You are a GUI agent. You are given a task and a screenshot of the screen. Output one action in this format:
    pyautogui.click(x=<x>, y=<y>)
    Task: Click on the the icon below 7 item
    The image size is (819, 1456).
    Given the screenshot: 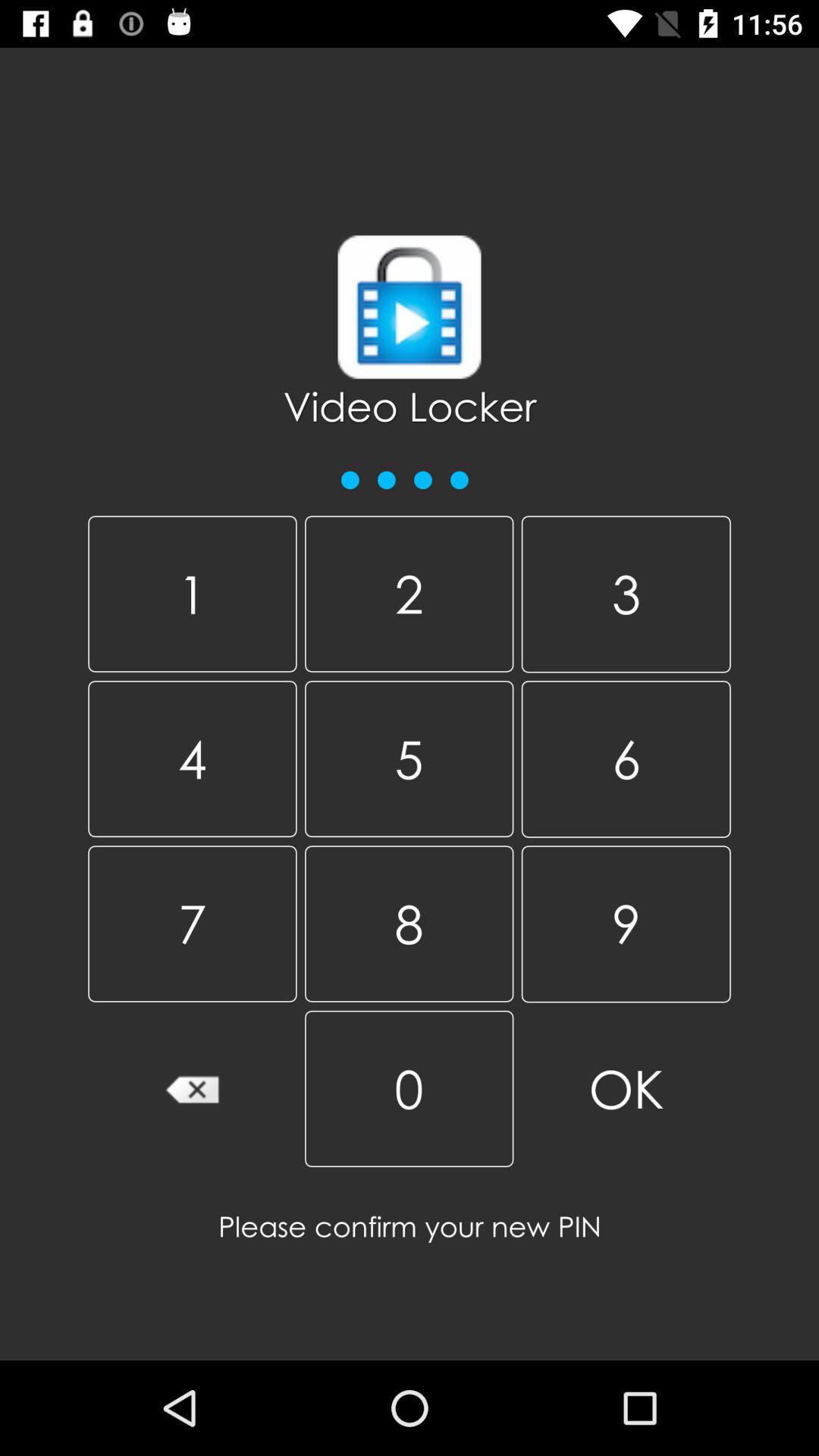 What is the action you would take?
    pyautogui.click(x=191, y=1087)
    